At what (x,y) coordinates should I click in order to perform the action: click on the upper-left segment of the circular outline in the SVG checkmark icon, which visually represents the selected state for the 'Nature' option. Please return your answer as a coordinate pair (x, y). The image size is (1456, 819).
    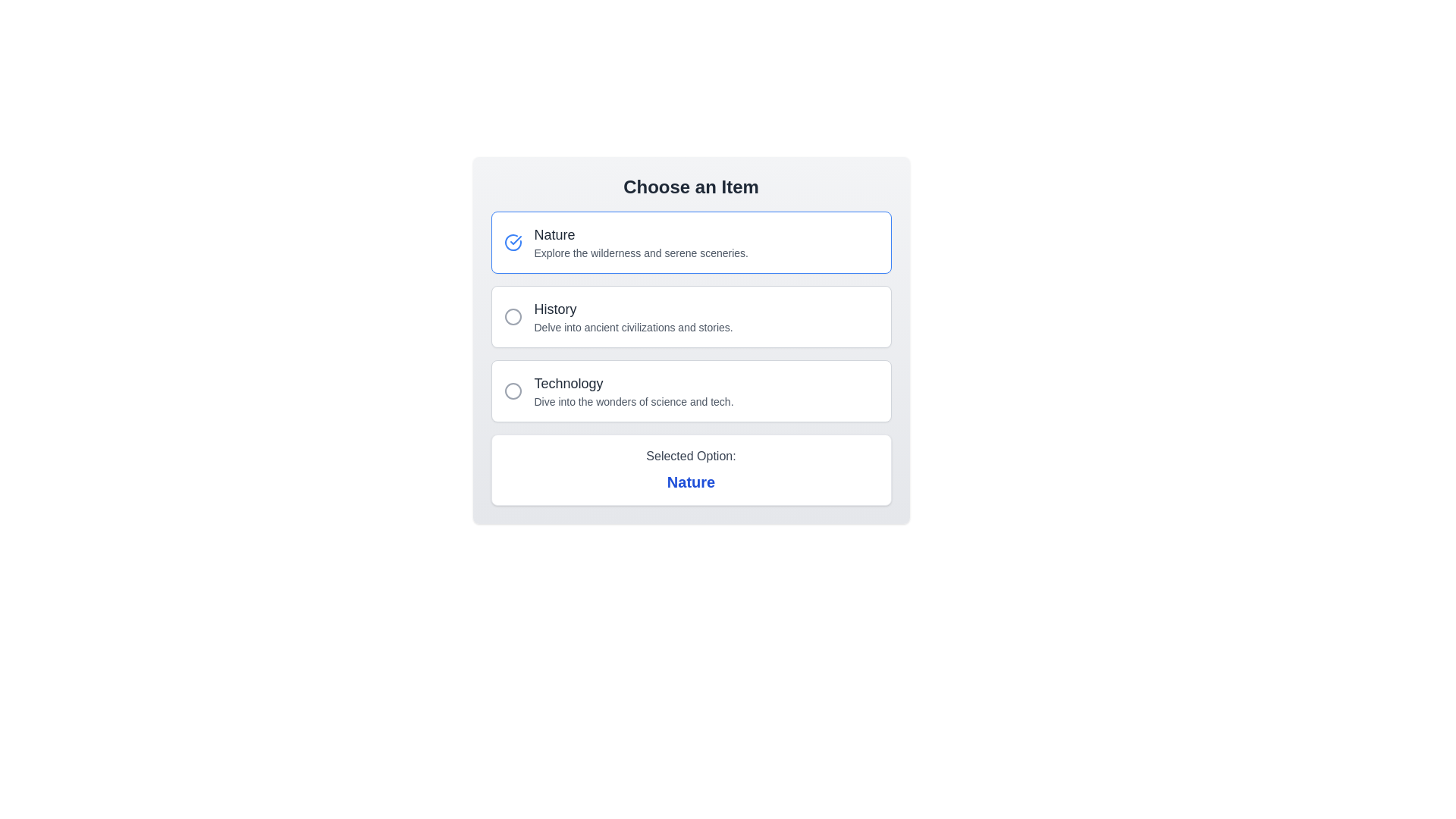
    Looking at the image, I should click on (513, 242).